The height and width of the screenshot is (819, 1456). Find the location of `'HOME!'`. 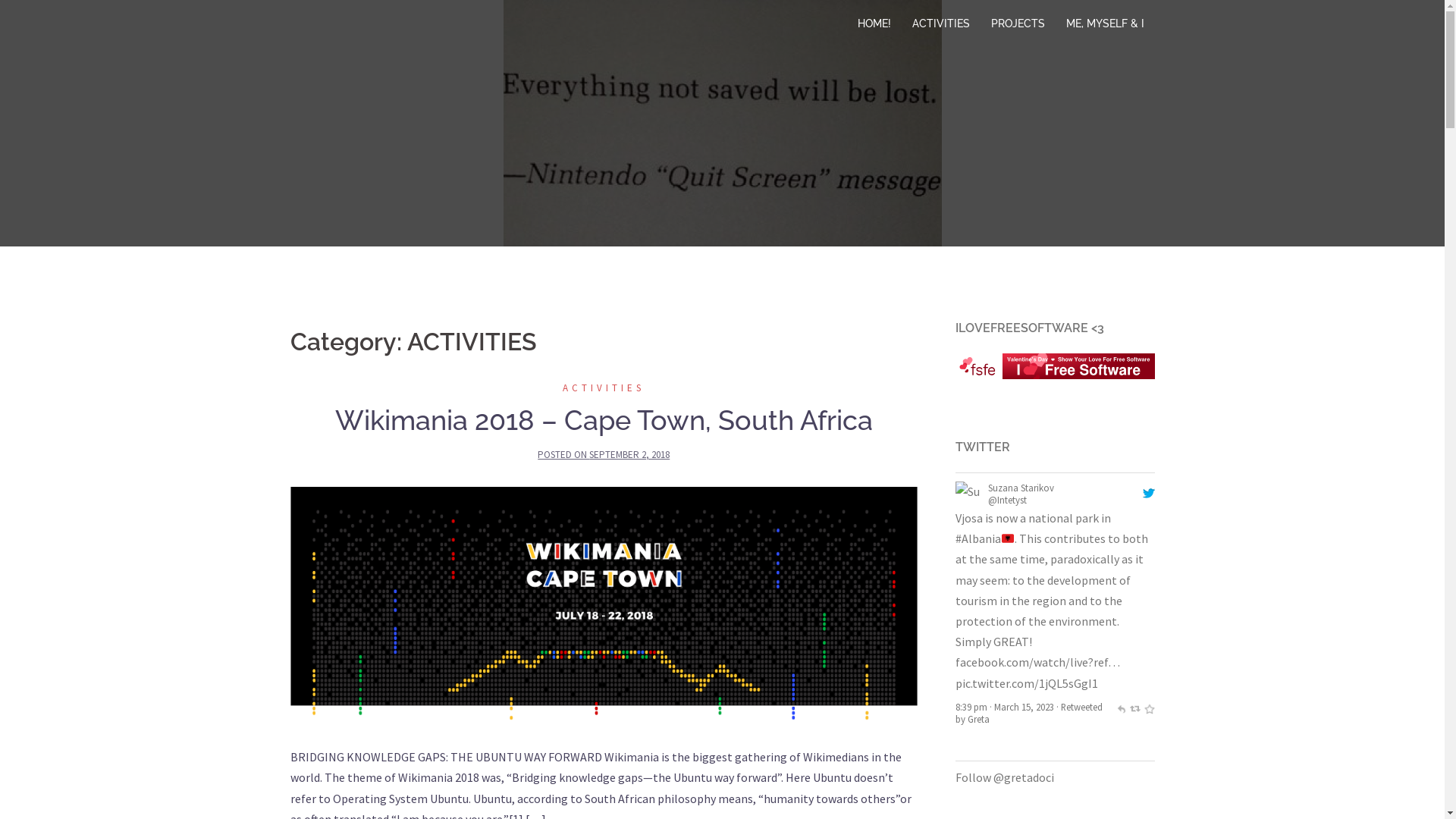

'HOME!' is located at coordinates (874, 24).